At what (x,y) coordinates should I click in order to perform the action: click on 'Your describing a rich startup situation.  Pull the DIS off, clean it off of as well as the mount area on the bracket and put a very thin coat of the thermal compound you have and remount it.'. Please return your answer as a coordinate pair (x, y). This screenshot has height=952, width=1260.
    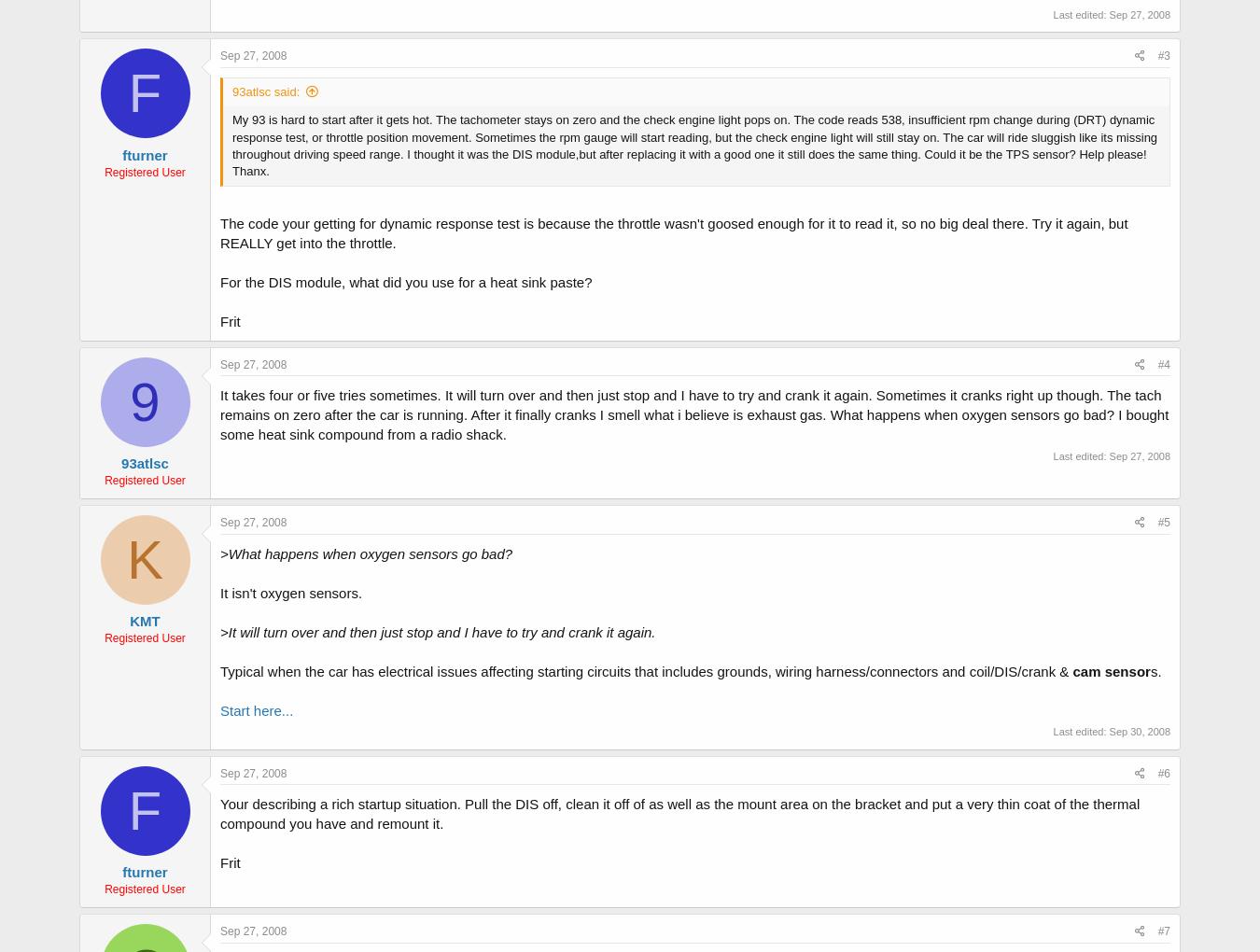
    Looking at the image, I should click on (218, 812).